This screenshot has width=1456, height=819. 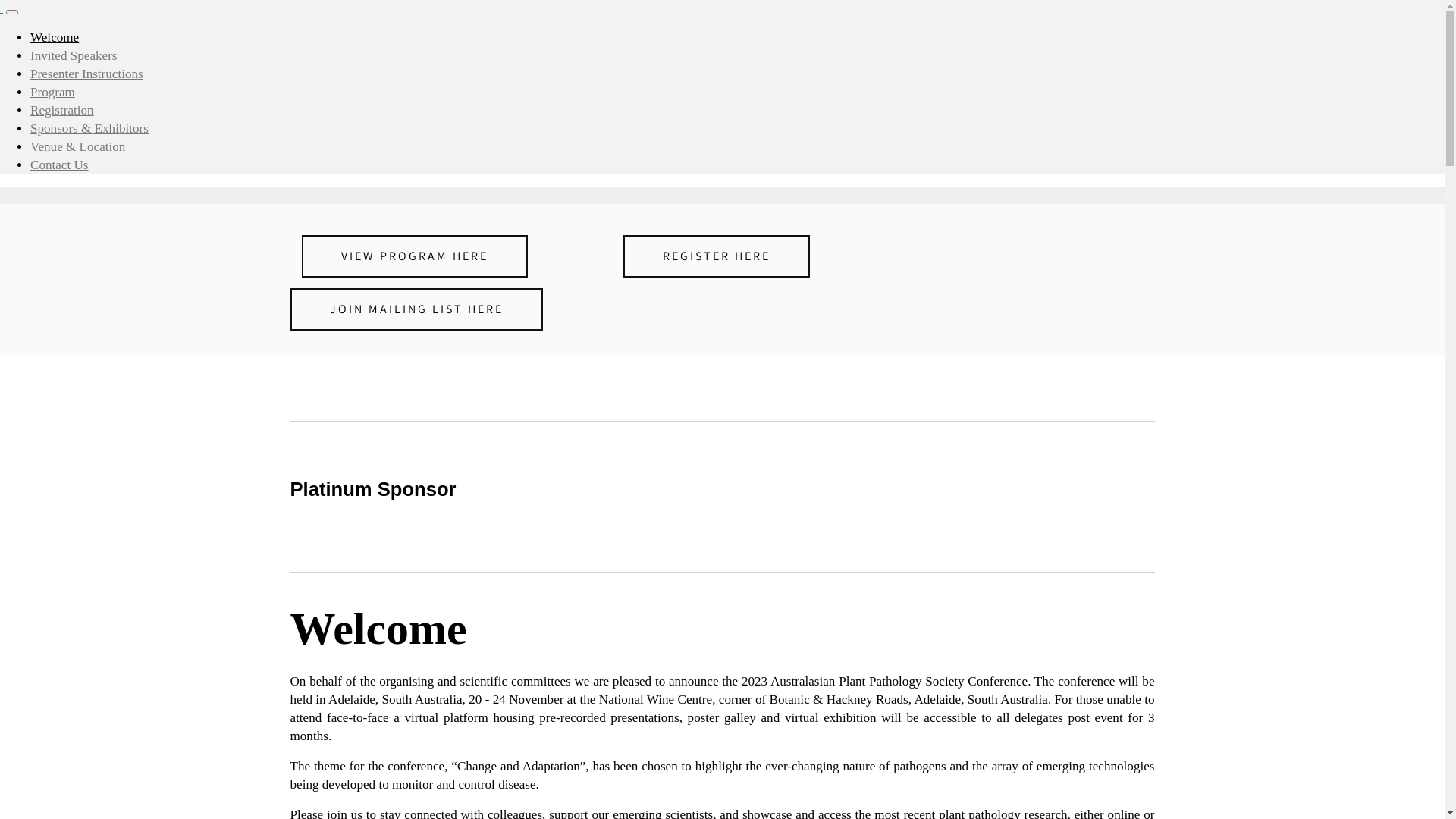 What do you see at coordinates (716, 256) in the screenshot?
I see `'REGISTER HERE'` at bounding box center [716, 256].